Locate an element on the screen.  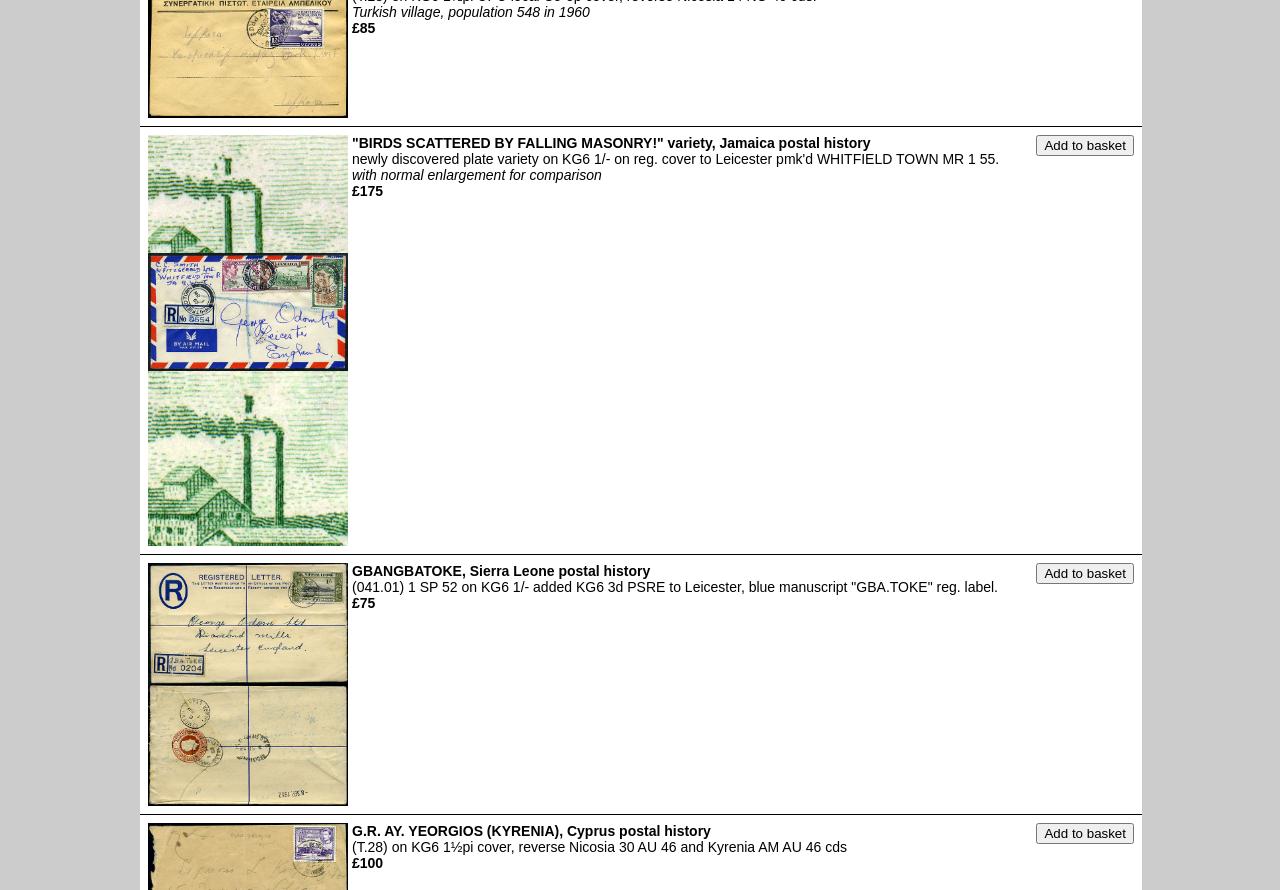
'with normal enlargement for comparison' is located at coordinates (475, 174).